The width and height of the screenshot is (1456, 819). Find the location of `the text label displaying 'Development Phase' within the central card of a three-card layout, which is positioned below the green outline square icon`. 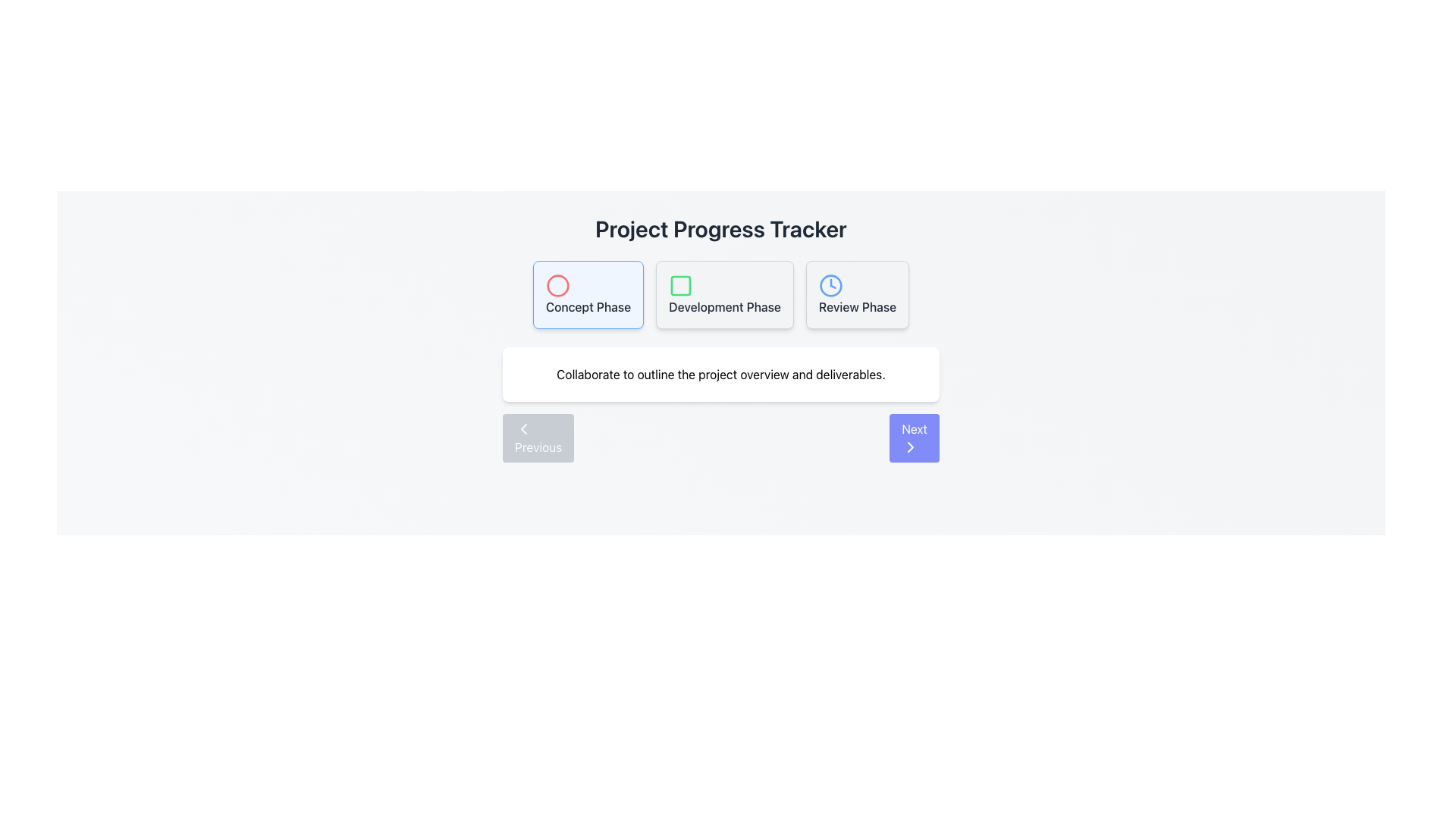

the text label displaying 'Development Phase' within the central card of a three-card layout, which is positioned below the green outline square icon is located at coordinates (724, 307).